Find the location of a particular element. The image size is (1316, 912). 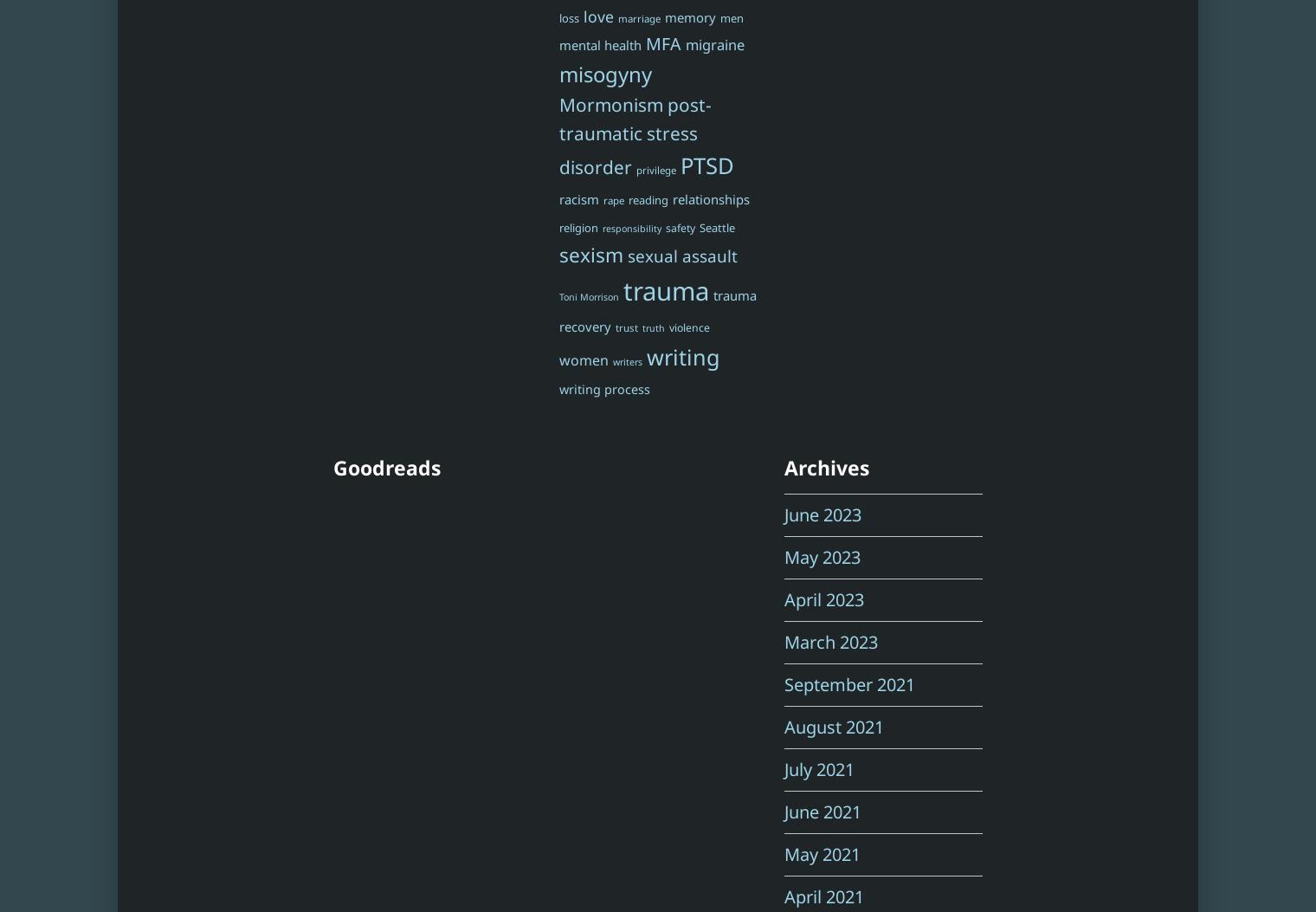

'Seattle' is located at coordinates (697, 225).